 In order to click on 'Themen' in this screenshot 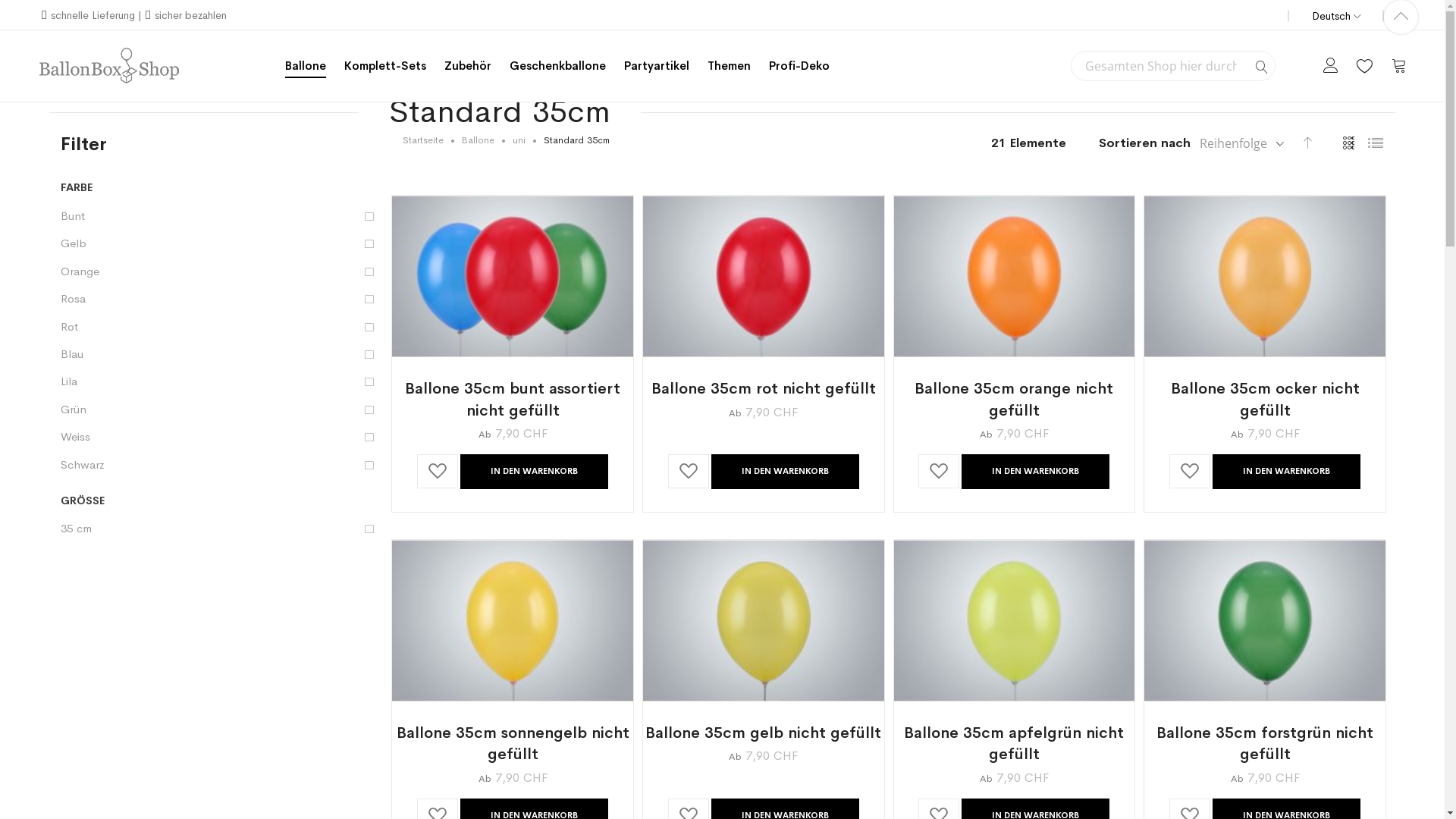, I will do `click(729, 64)`.